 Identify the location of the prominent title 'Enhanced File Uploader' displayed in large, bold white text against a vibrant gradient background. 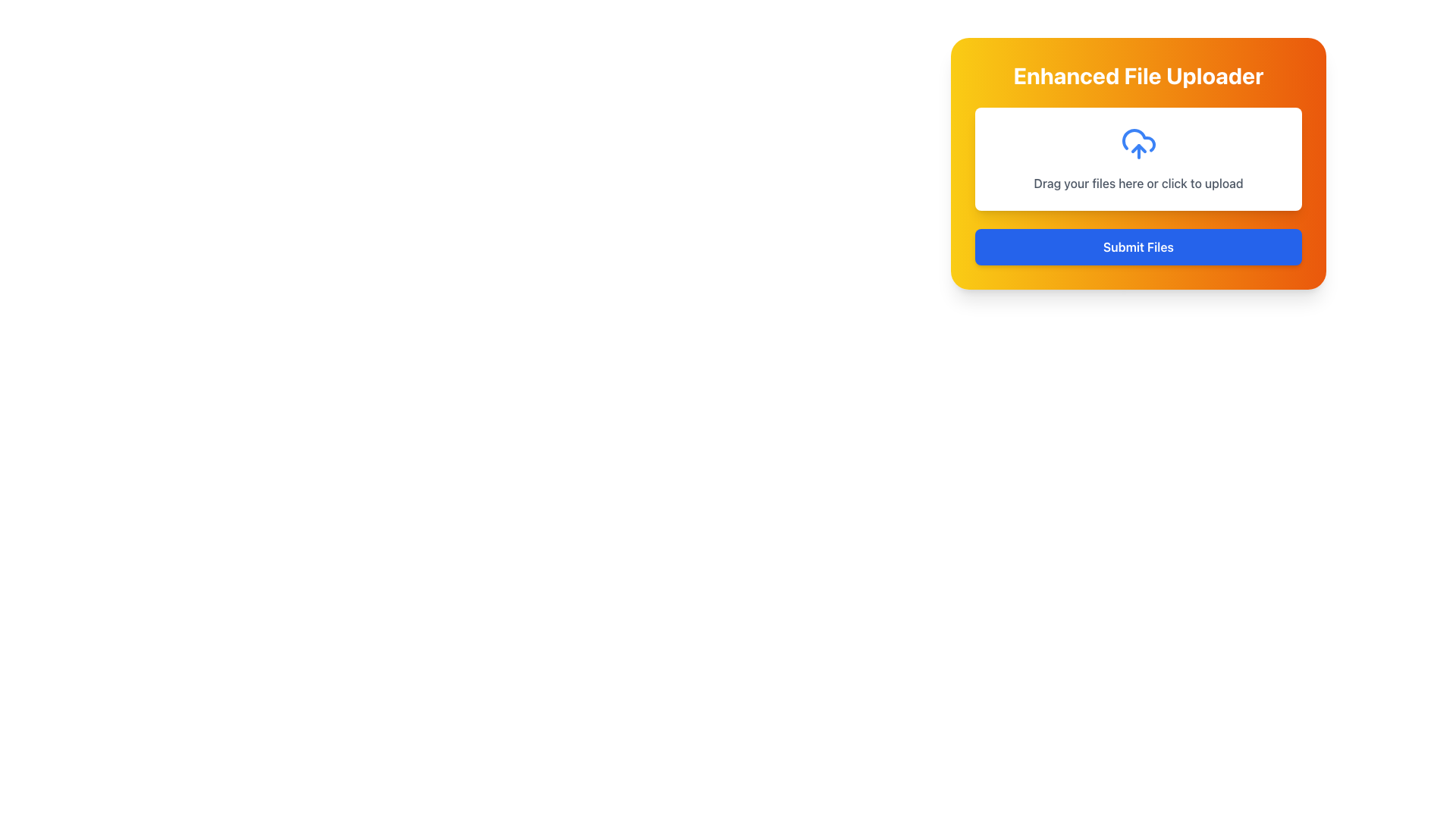
(1138, 76).